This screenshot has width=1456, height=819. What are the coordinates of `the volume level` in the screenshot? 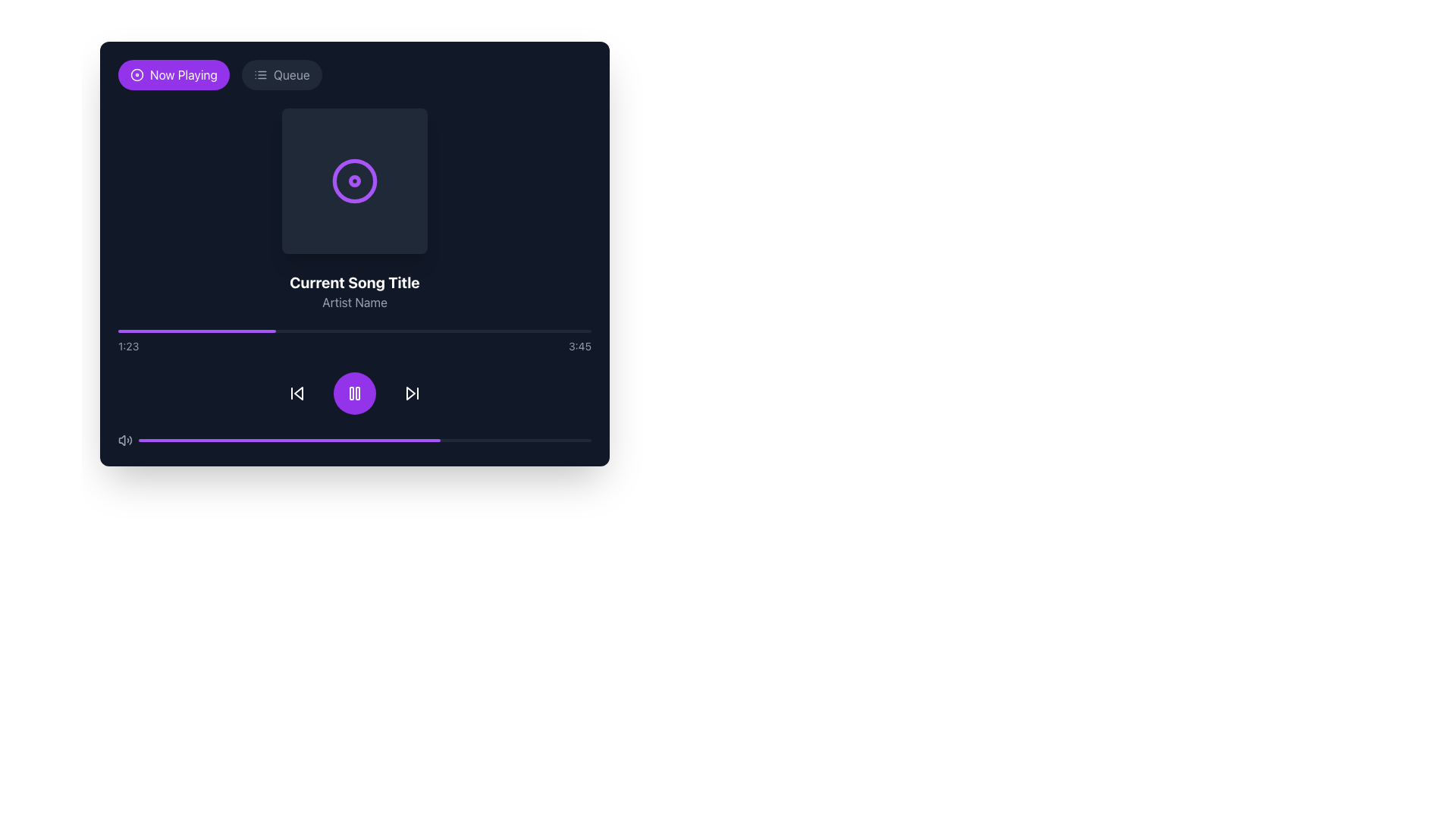 It's located at (568, 441).